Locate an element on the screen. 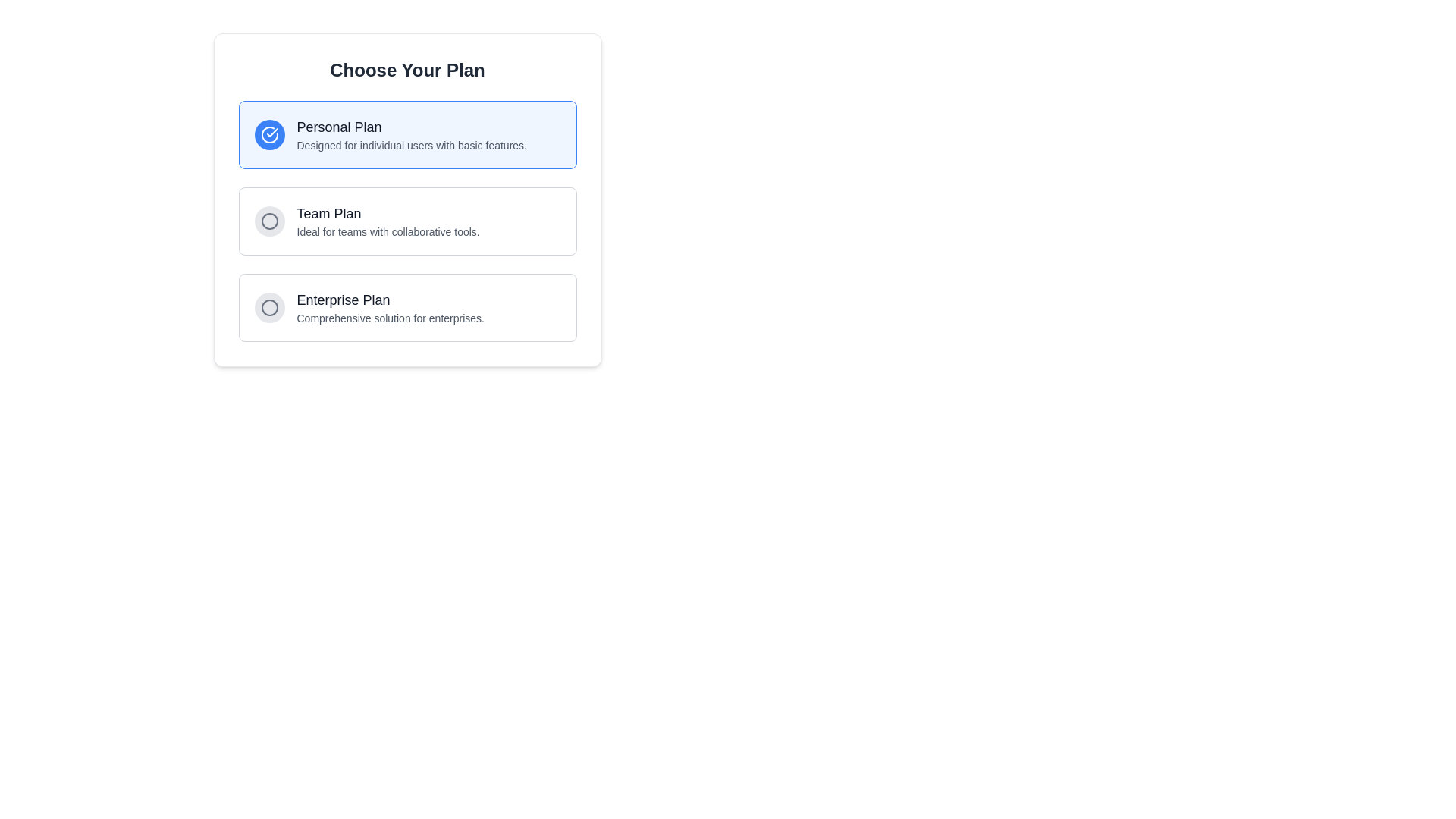  the small circular Selectable indicator icon with a gray outline and lighter gray background located at the left edge of the 'Enterprise Plan' option is located at coordinates (269, 307).